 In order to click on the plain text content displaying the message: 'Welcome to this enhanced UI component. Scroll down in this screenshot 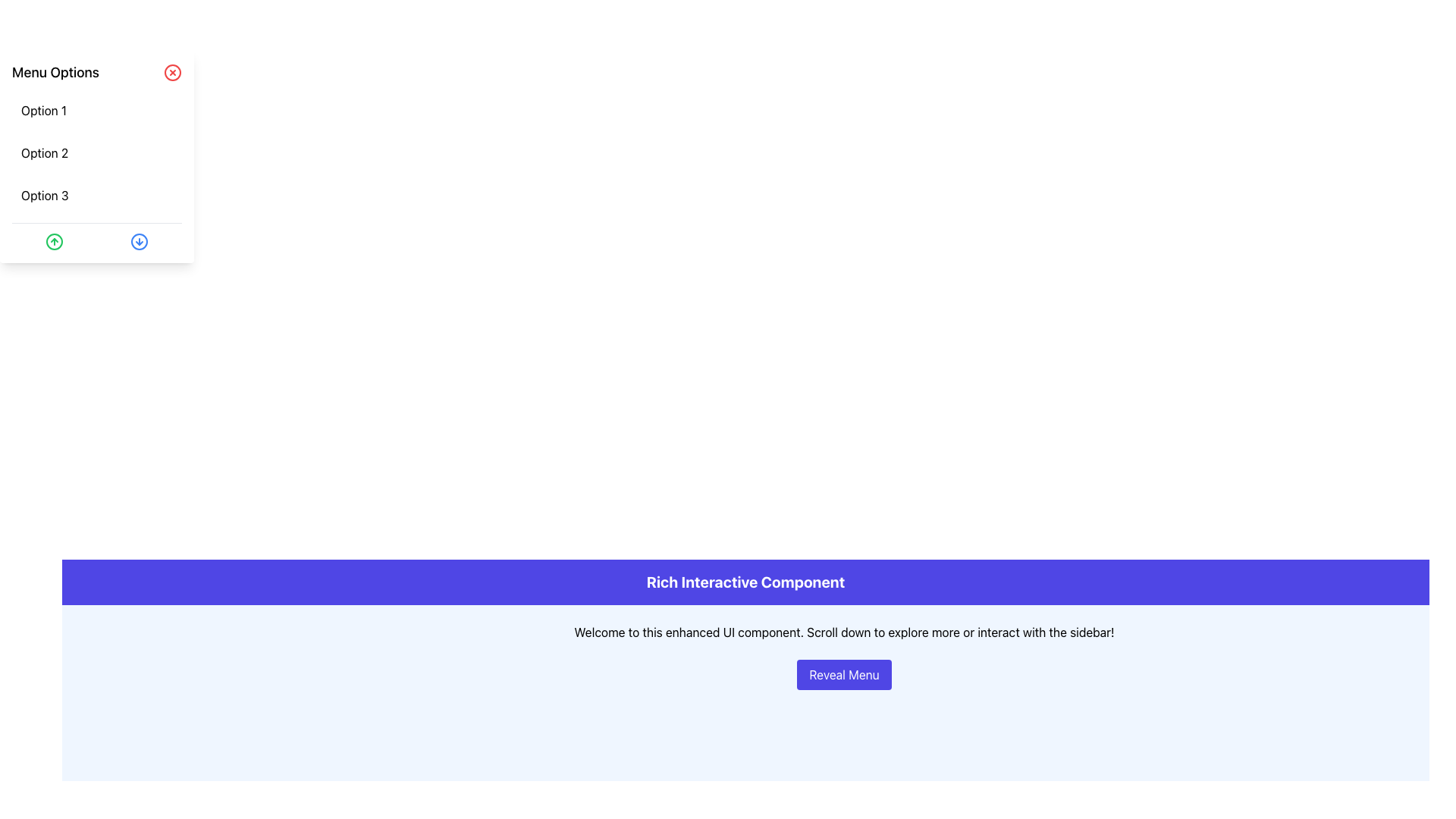, I will do `click(843, 632)`.